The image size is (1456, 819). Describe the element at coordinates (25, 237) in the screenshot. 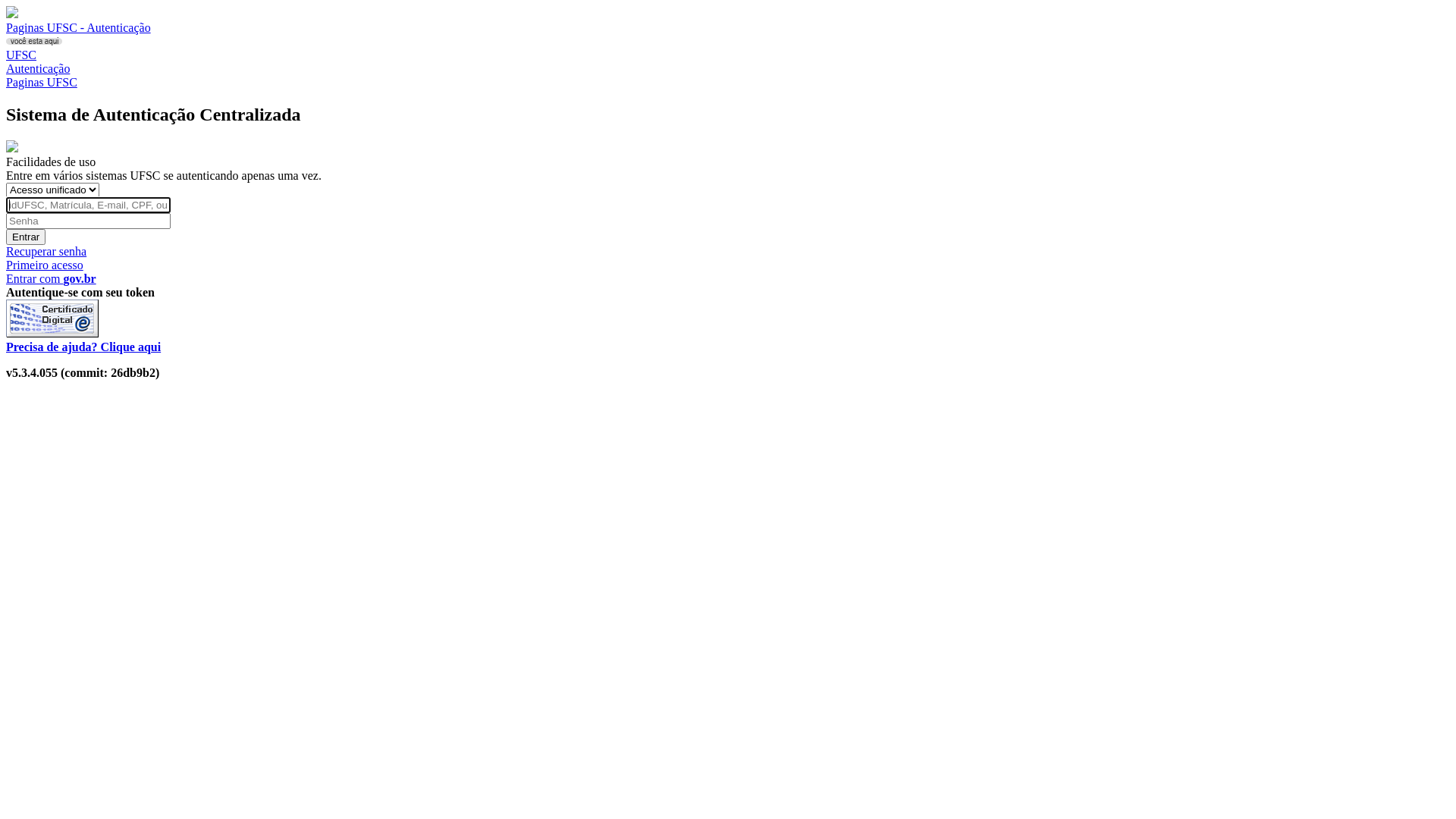

I see `'Entrar'` at that location.